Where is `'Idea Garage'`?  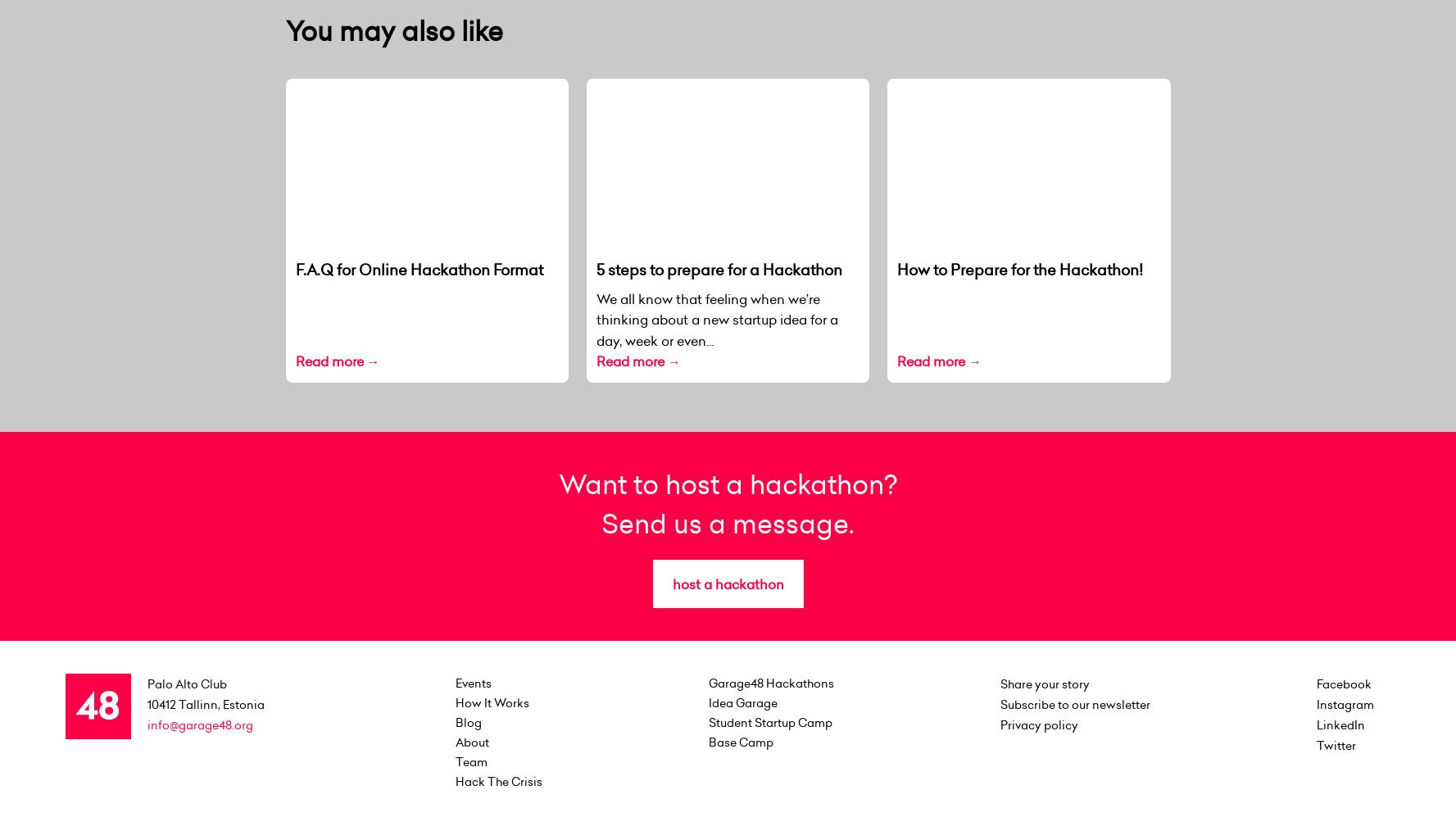
'Idea Garage' is located at coordinates (742, 702).